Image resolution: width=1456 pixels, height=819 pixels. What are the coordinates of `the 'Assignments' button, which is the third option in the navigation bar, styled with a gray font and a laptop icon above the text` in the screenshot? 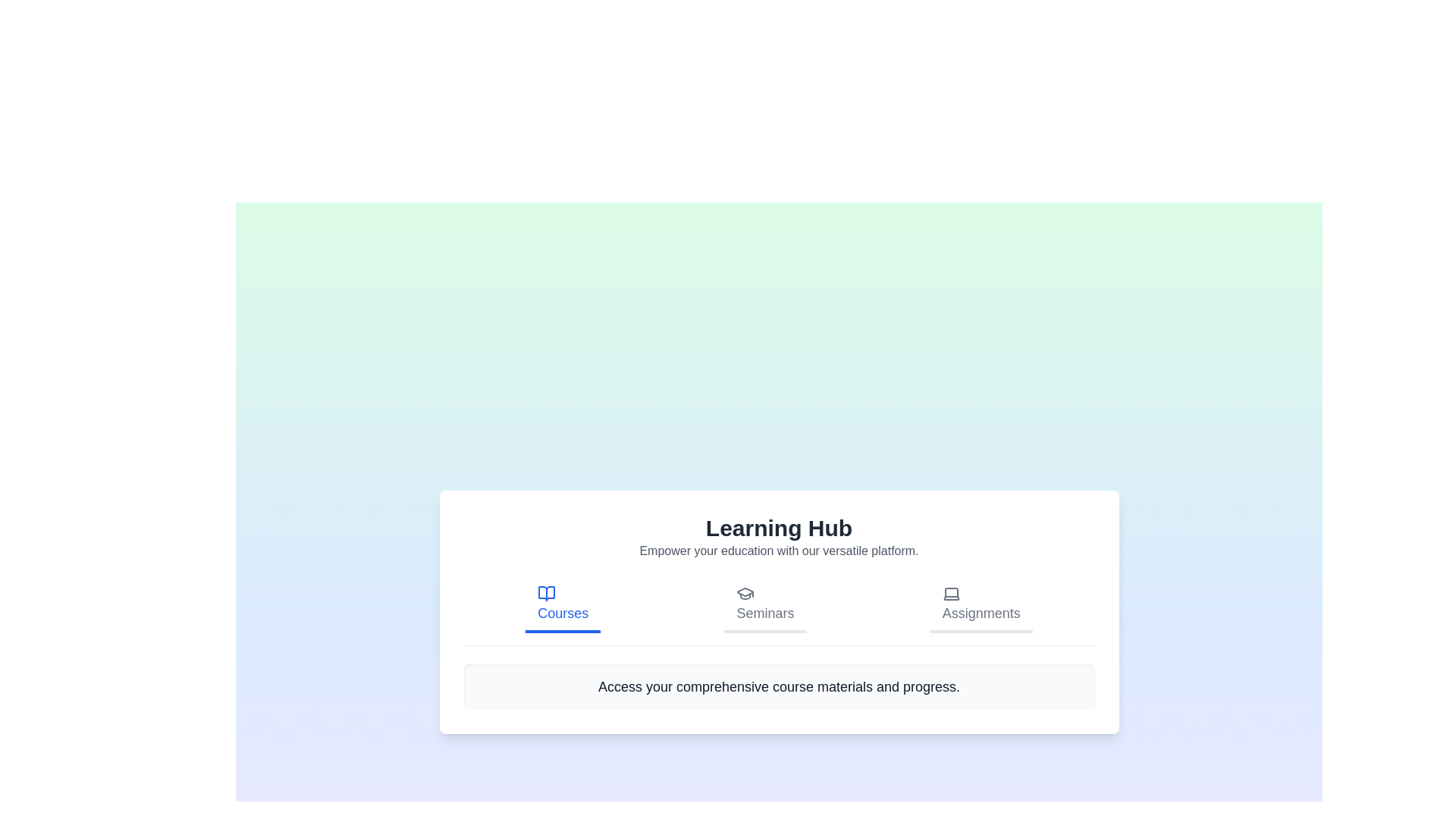 It's located at (981, 604).